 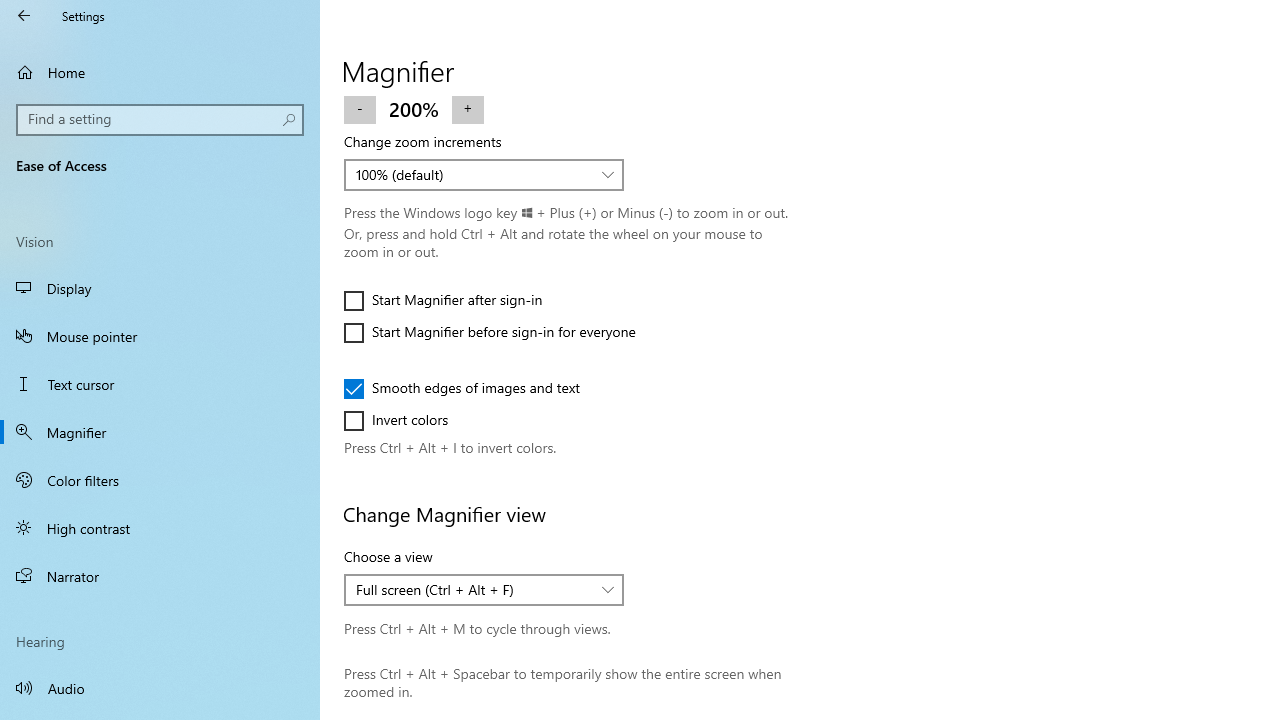 What do you see at coordinates (160, 334) in the screenshot?
I see `'Mouse pointer'` at bounding box center [160, 334].